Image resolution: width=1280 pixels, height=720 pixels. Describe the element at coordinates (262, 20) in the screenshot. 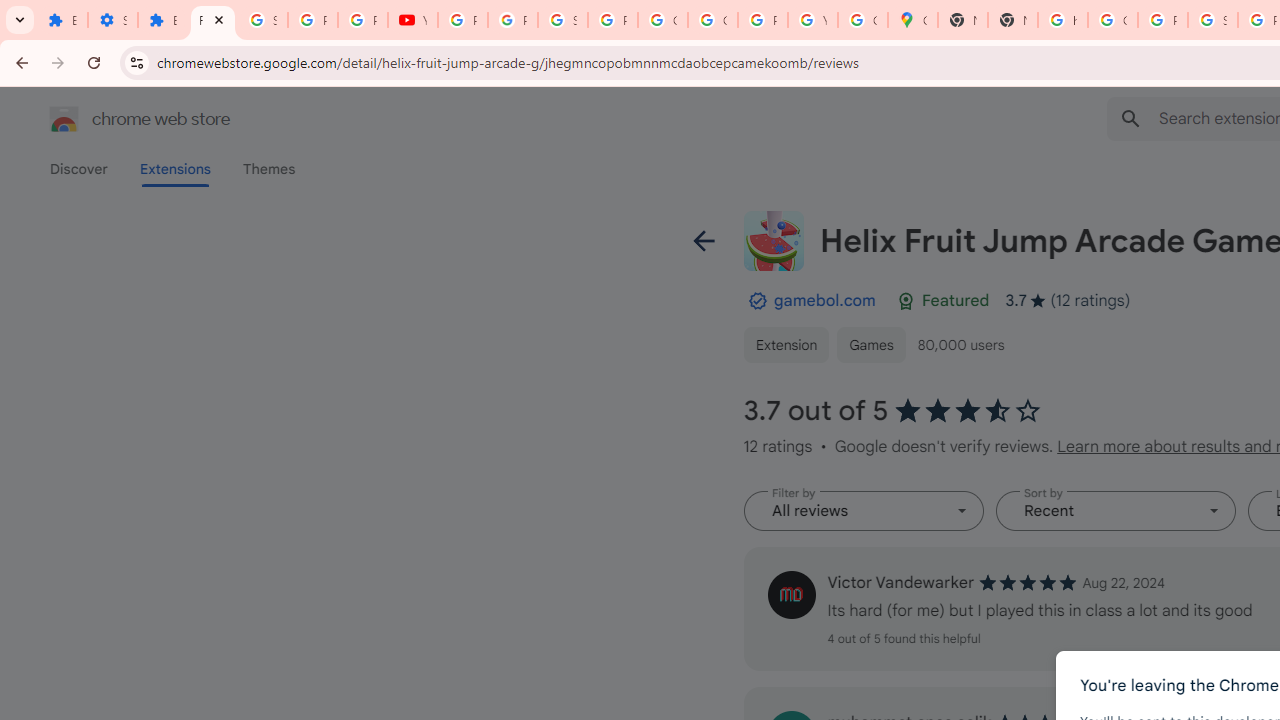

I see `'Sign in - Google Accounts'` at that location.